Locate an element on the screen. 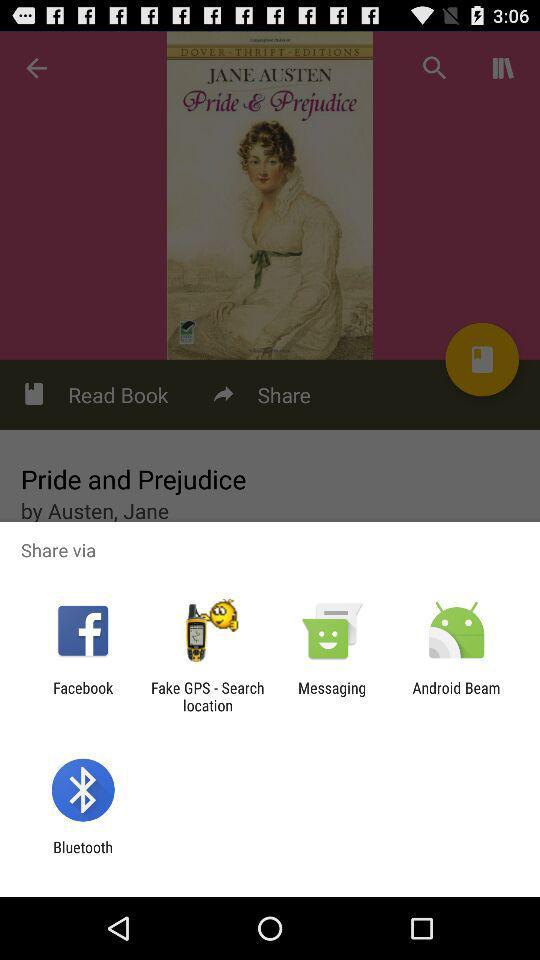 The height and width of the screenshot is (960, 540). icon to the right of the messaging is located at coordinates (456, 696).